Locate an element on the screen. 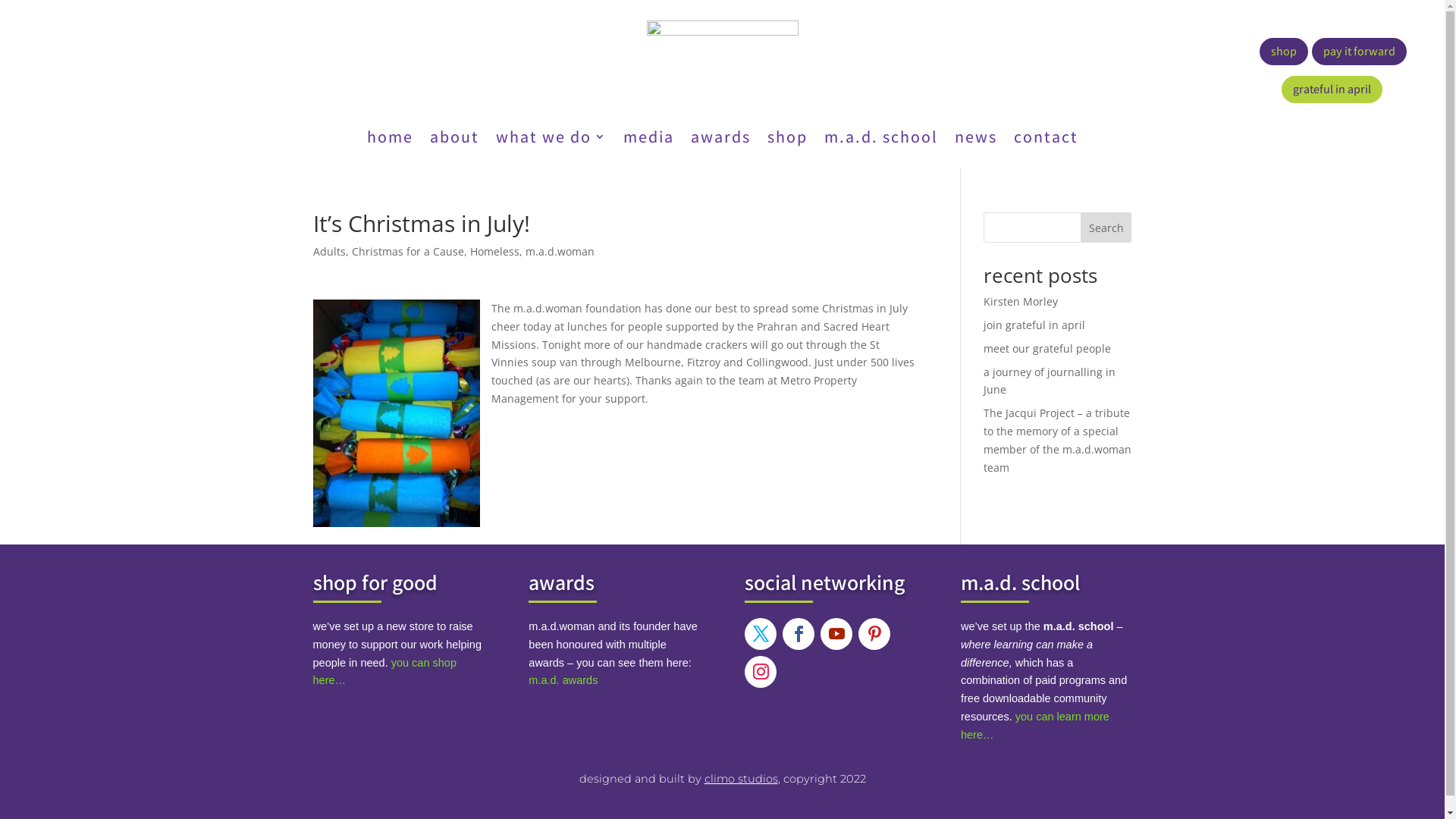 The height and width of the screenshot is (819, 1456). 'shop' is located at coordinates (767, 140).